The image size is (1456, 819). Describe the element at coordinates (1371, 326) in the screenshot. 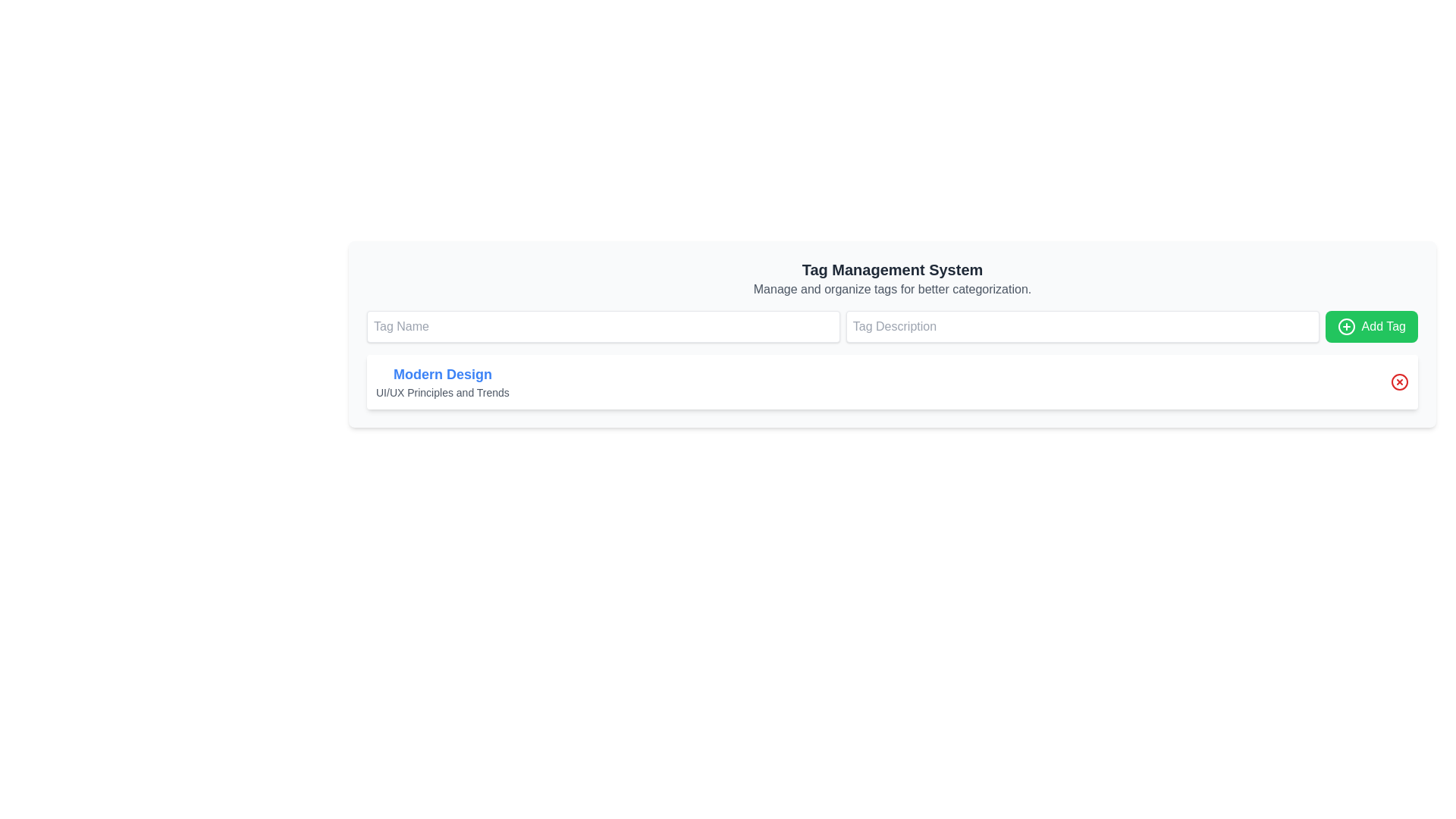

I see `the button that adds a new tag, located to the far right of the input fields labeled 'Tag Name' and 'Tag Description'` at that location.